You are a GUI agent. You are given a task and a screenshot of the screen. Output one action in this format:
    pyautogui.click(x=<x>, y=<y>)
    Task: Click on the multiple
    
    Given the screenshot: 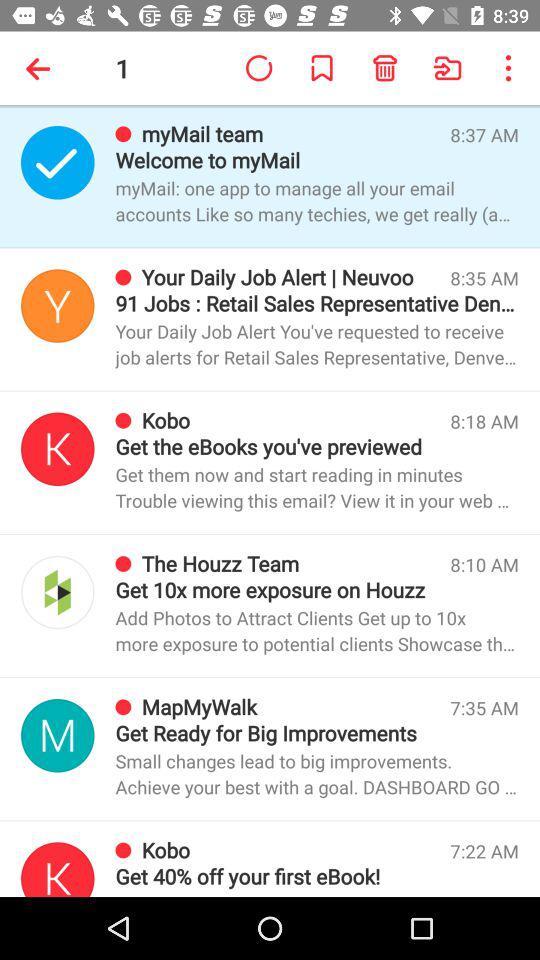 What is the action you would take?
    pyautogui.click(x=57, y=868)
    